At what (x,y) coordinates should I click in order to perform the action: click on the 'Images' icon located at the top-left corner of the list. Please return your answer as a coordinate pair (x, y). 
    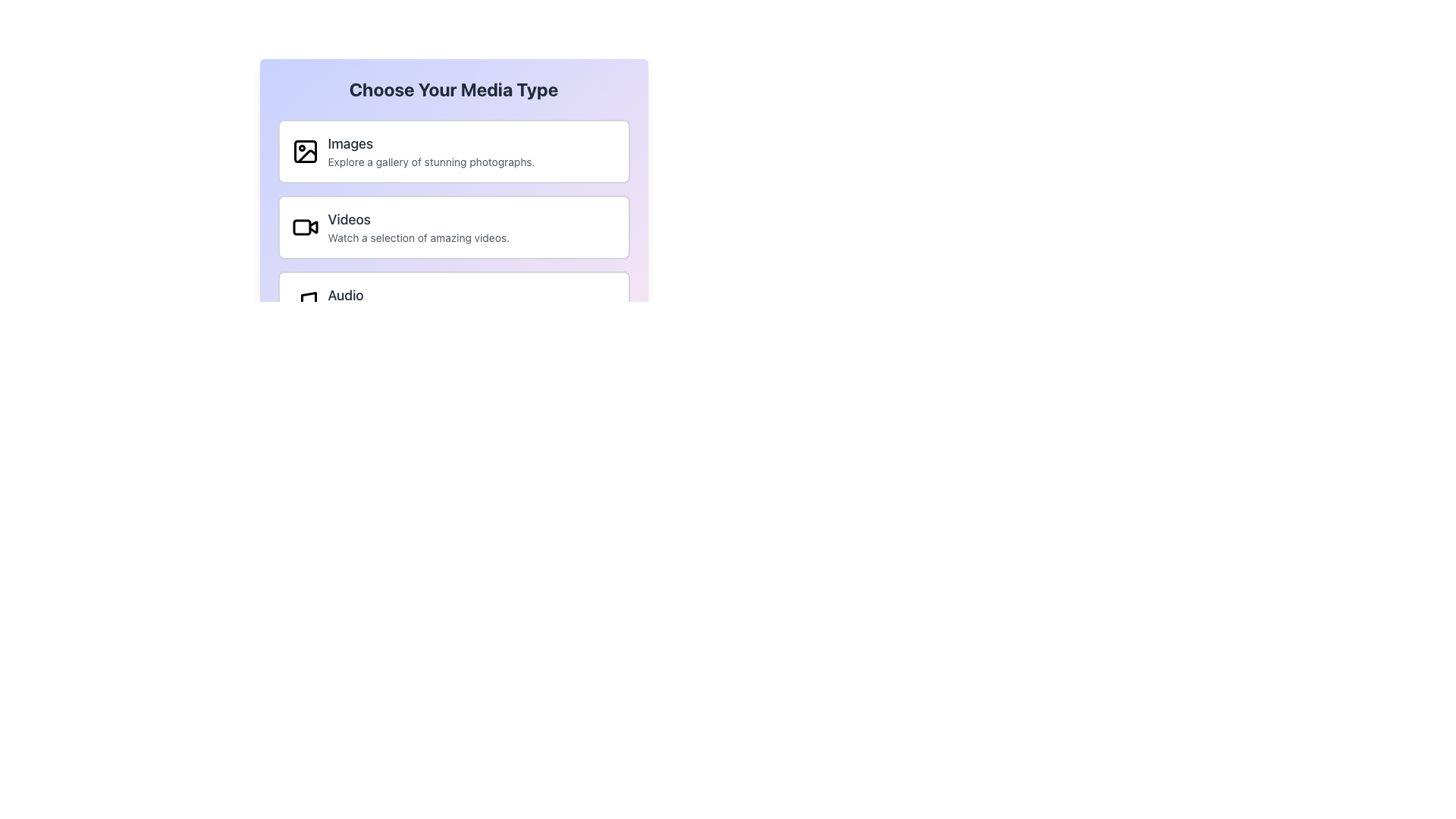
    Looking at the image, I should click on (304, 152).